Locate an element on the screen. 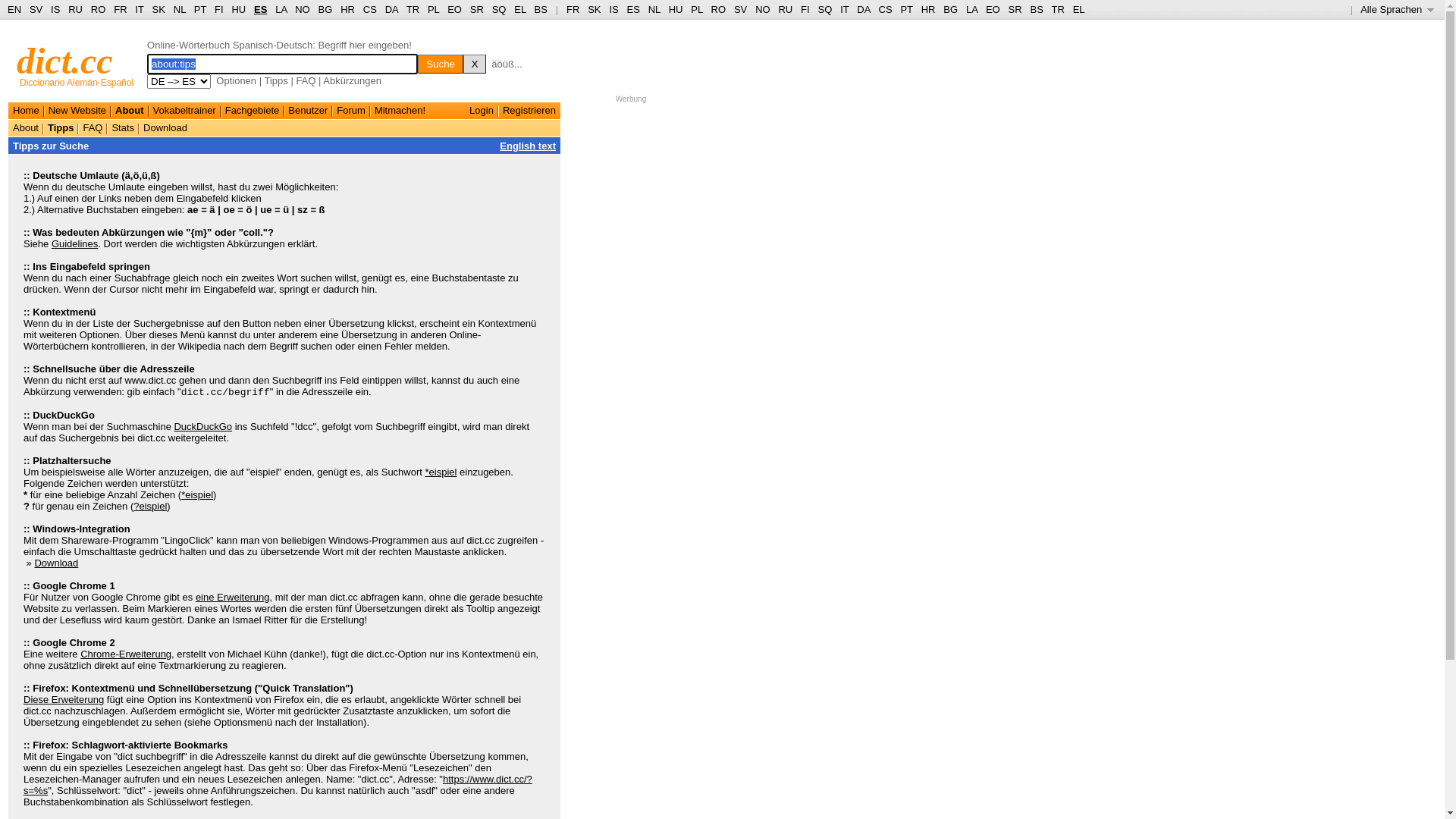  'NO' is located at coordinates (763, 9).